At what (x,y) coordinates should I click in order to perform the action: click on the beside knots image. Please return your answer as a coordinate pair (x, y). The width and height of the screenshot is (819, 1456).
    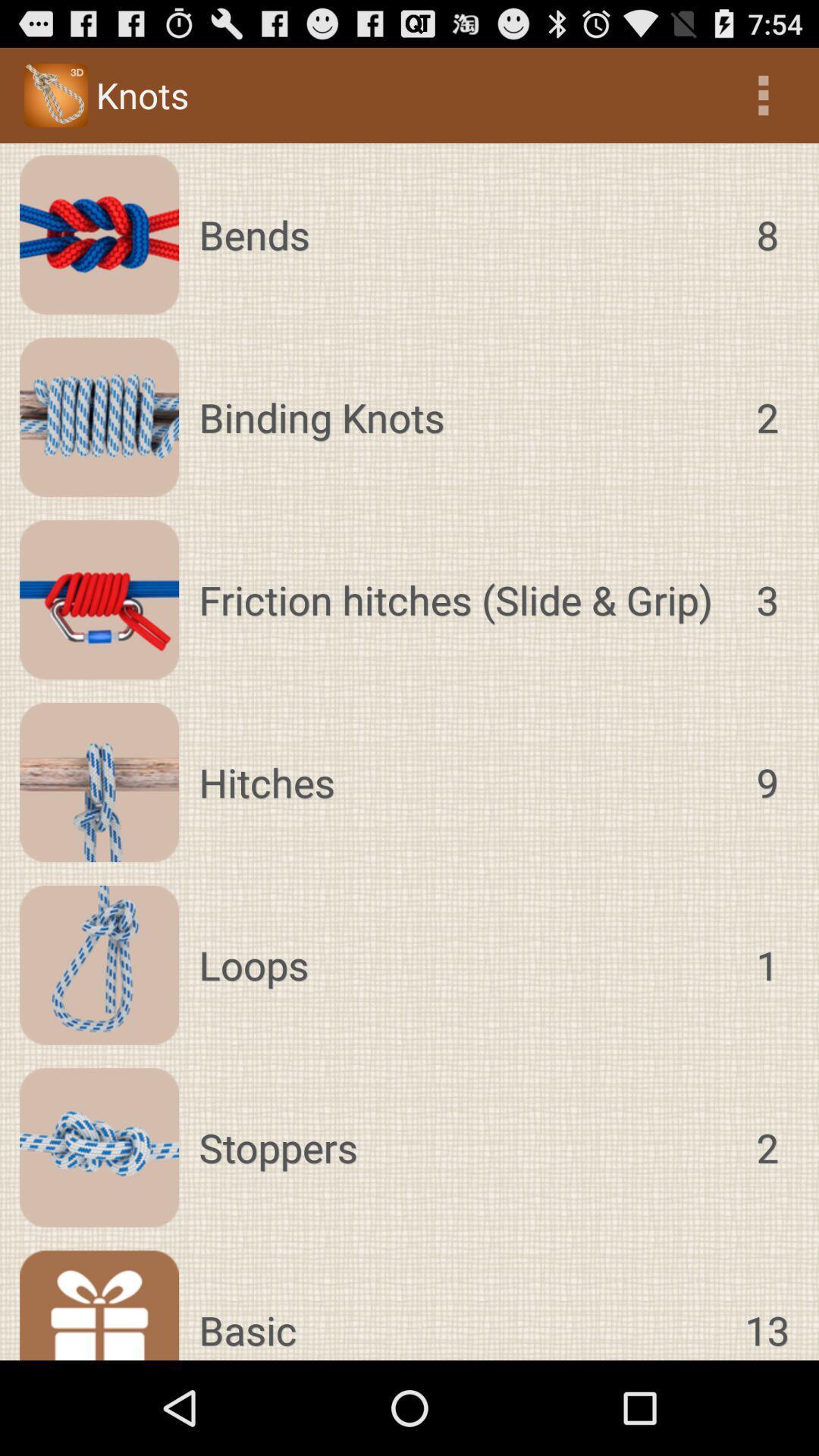
    Looking at the image, I should click on (55, 94).